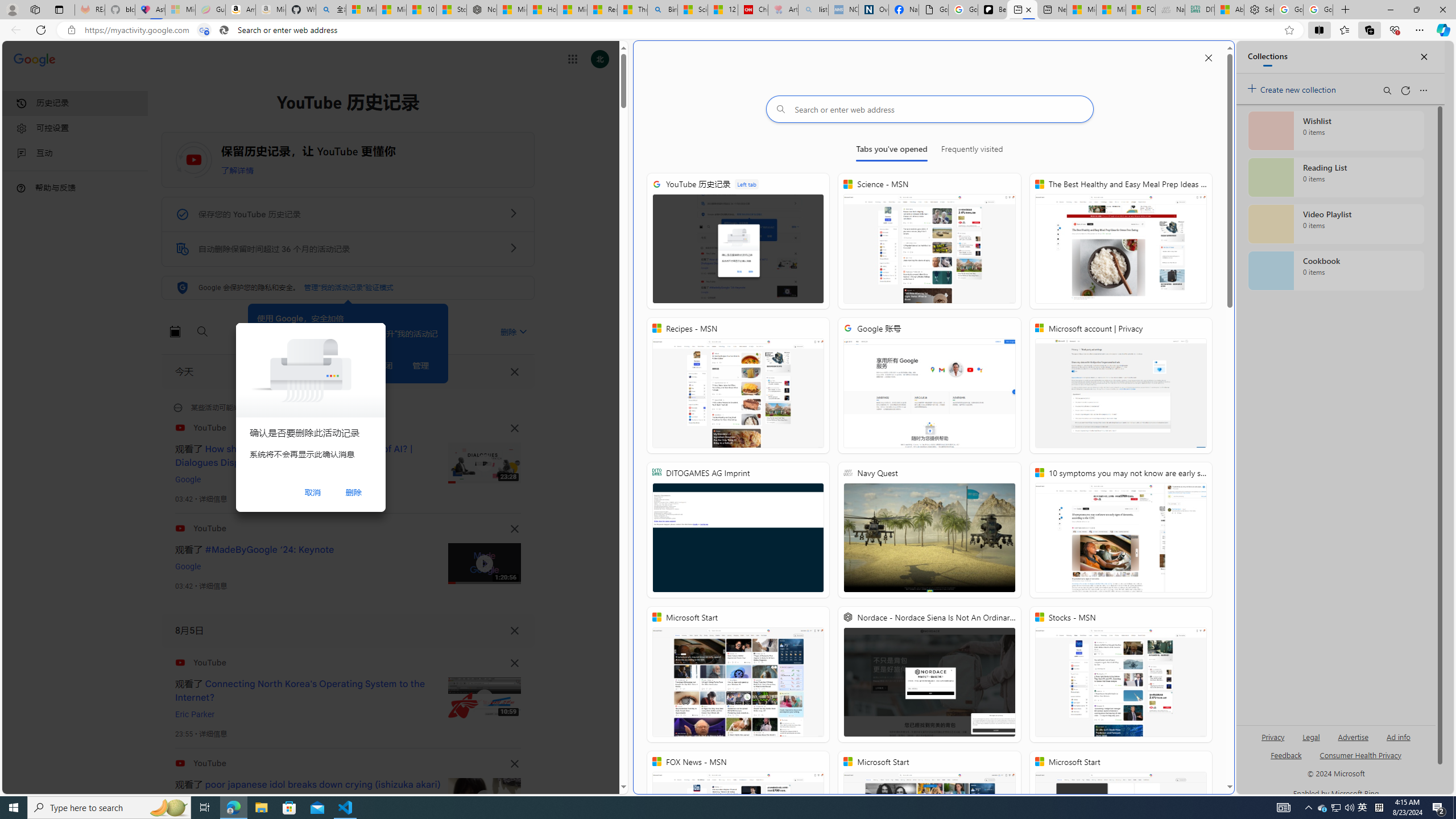 The height and width of the screenshot is (819, 1456). I want to click on 'New split screen', so click(1022, 9).